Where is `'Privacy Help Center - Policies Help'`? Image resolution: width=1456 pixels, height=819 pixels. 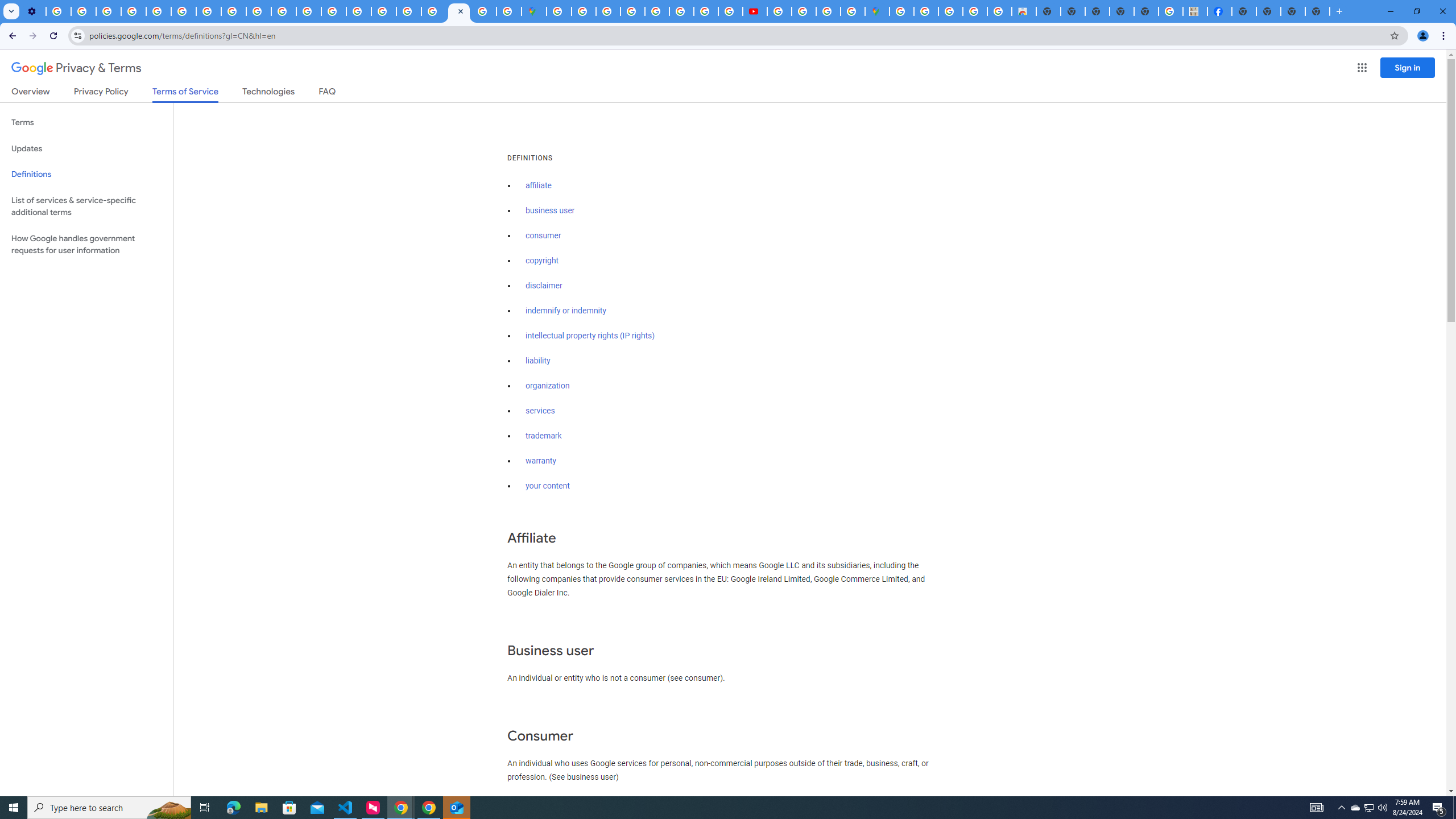 'Privacy Help Center - Policies Help' is located at coordinates (158, 11).